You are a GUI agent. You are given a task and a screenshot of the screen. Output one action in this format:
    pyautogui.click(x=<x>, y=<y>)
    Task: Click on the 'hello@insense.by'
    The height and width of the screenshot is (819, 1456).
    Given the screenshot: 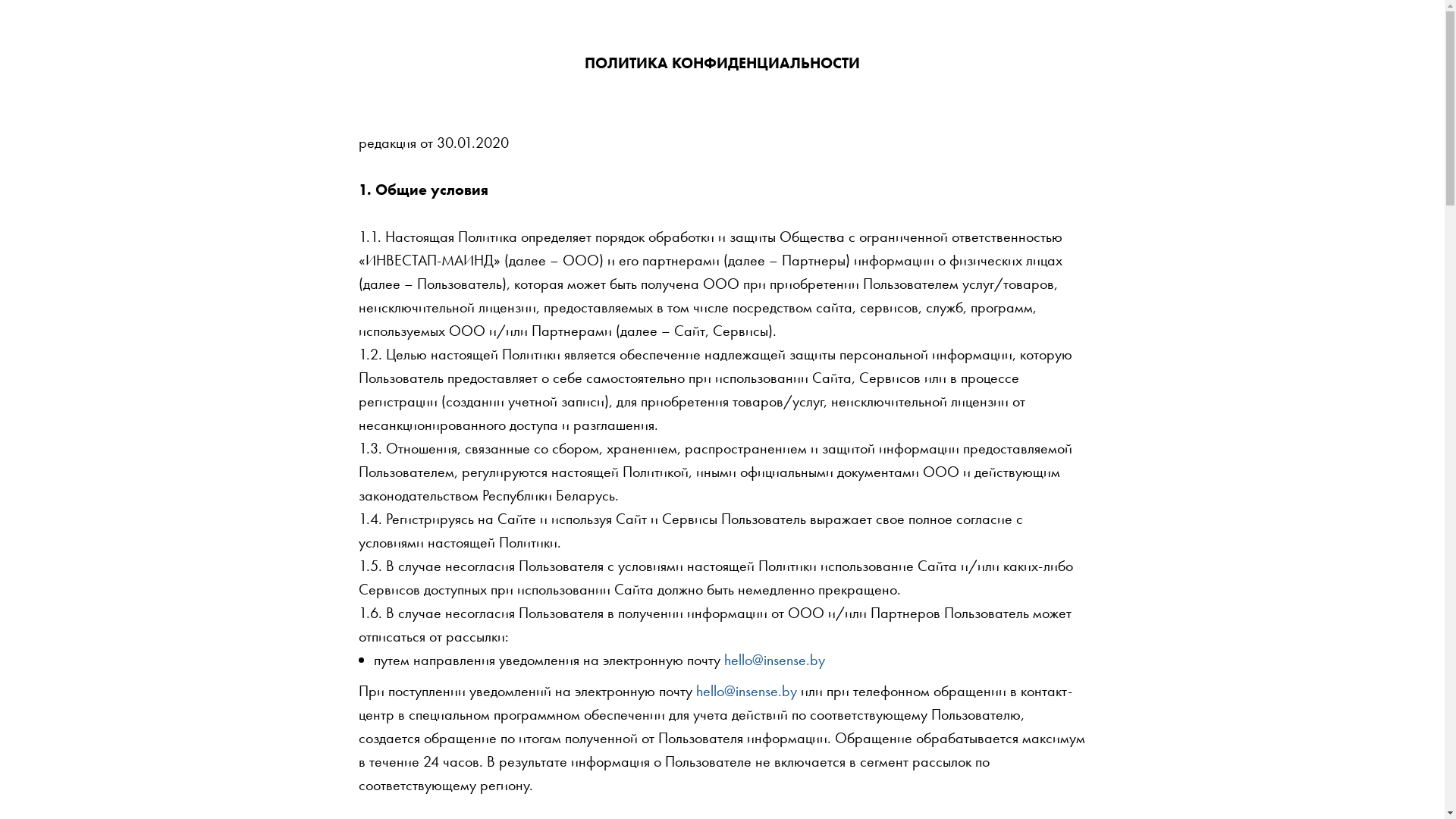 What is the action you would take?
    pyautogui.click(x=746, y=690)
    